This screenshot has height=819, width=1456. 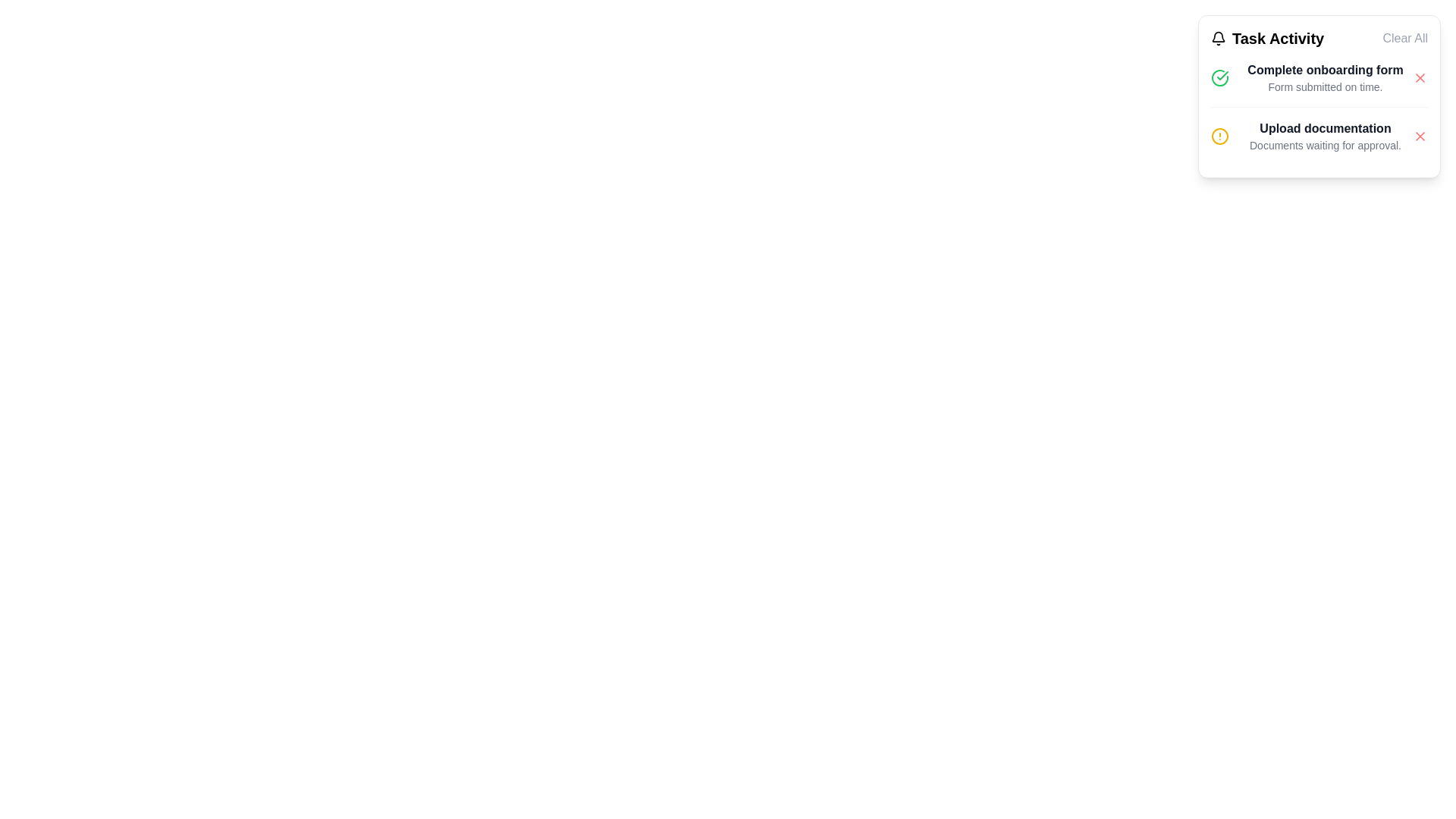 What do you see at coordinates (1219, 136) in the screenshot?
I see `the alert or warning icon located to the left of the 'Upload documentation' task in the 'Task Activity' section` at bounding box center [1219, 136].